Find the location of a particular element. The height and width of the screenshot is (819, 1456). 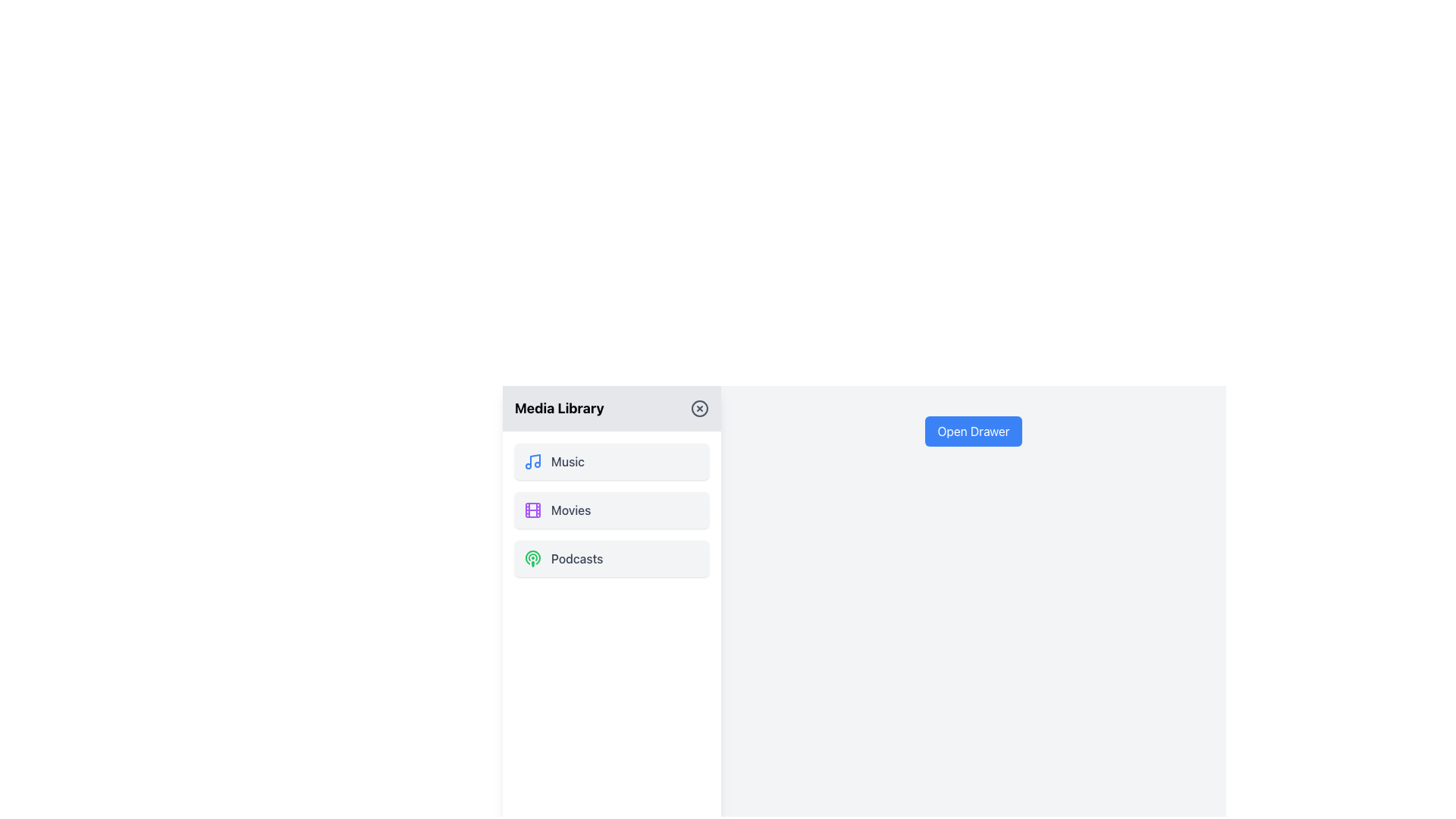

the 'Music' icon located in the left-side panel under the 'Media Library' heading is located at coordinates (532, 461).